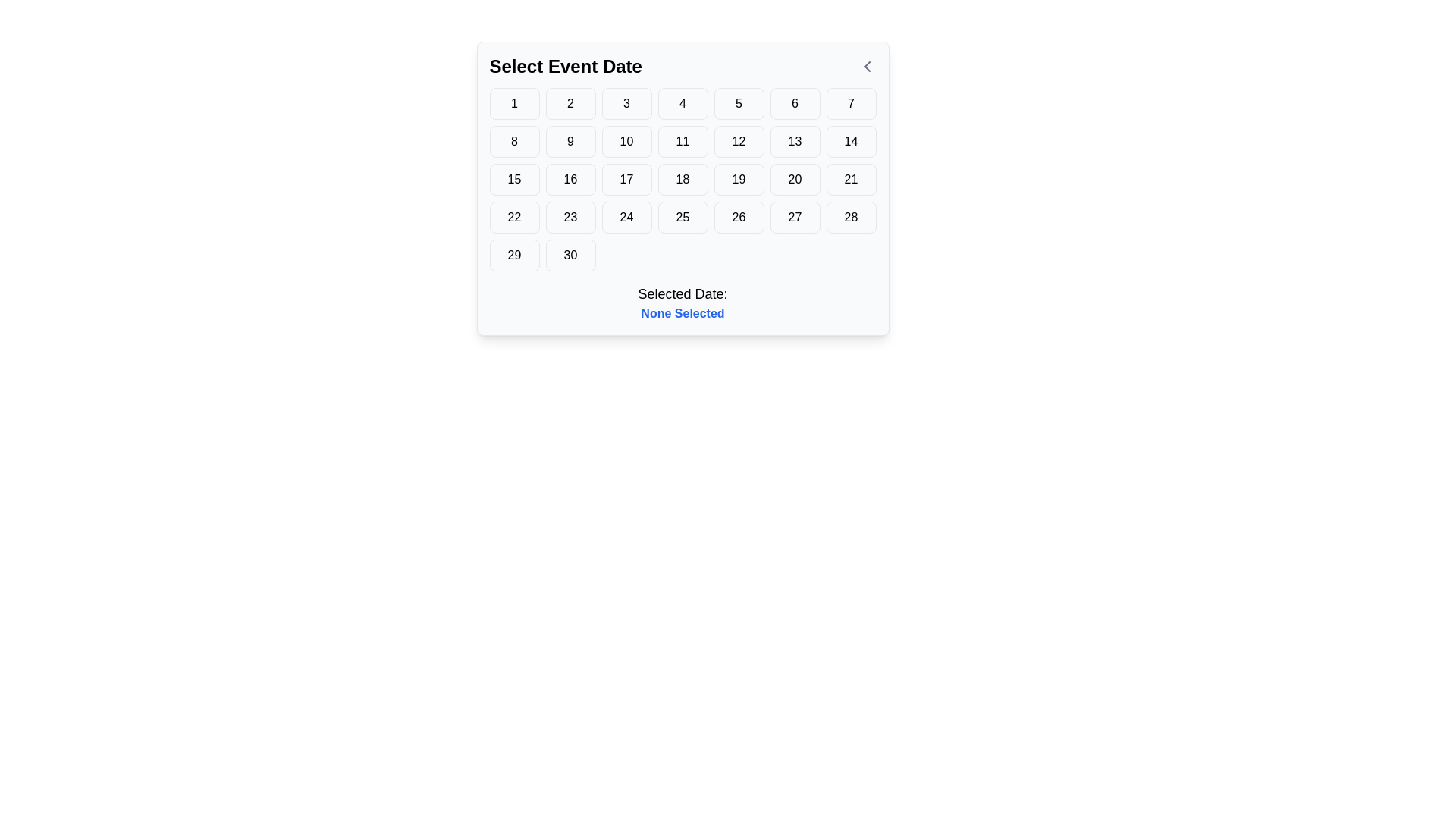 The height and width of the screenshot is (819, 1456). What do you see at coordinates (867, 66) in the screenshot?
I see `the chevron-left arrow icon located near the top-right section of the calendar header` at bounding box center [867, 66].